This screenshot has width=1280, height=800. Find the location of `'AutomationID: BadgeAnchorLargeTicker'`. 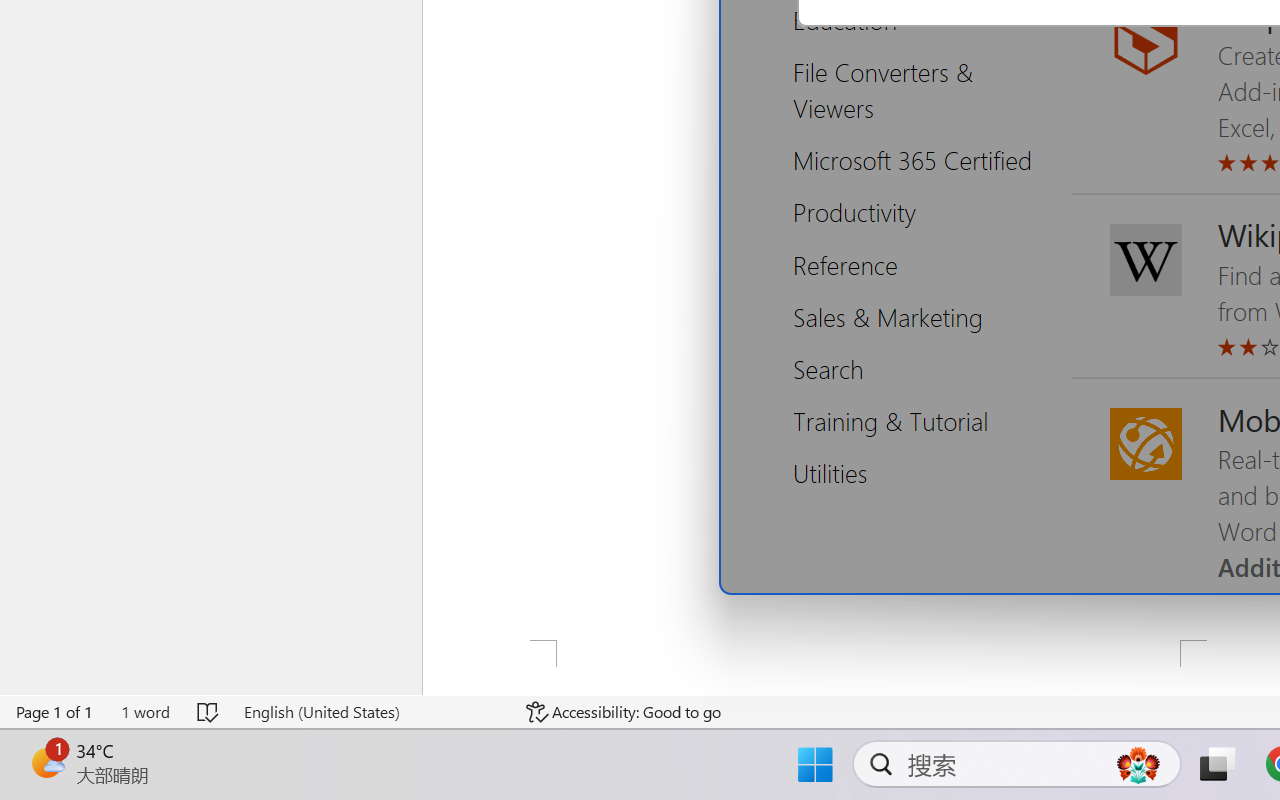

'AutomationID: BadgeAnchorLargeTicker' is located at coordinates (46, 762).